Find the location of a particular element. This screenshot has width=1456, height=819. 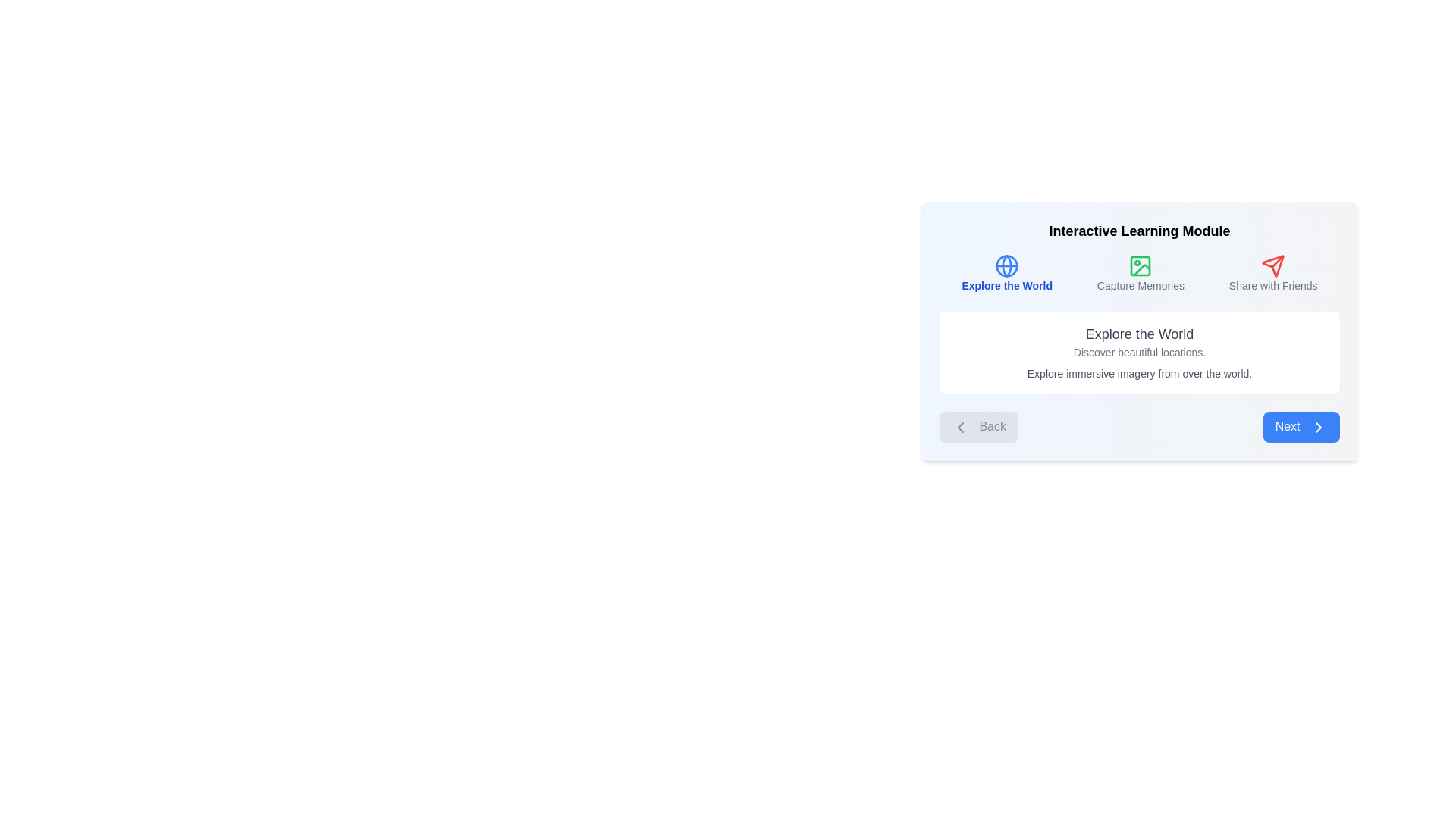

the blue circular SVG graphical element representing the globe icon, located at the top-left of the 'Interactive Learning Module' card, within the 'Explore the World' button group is located at coordinates (1007, 265).